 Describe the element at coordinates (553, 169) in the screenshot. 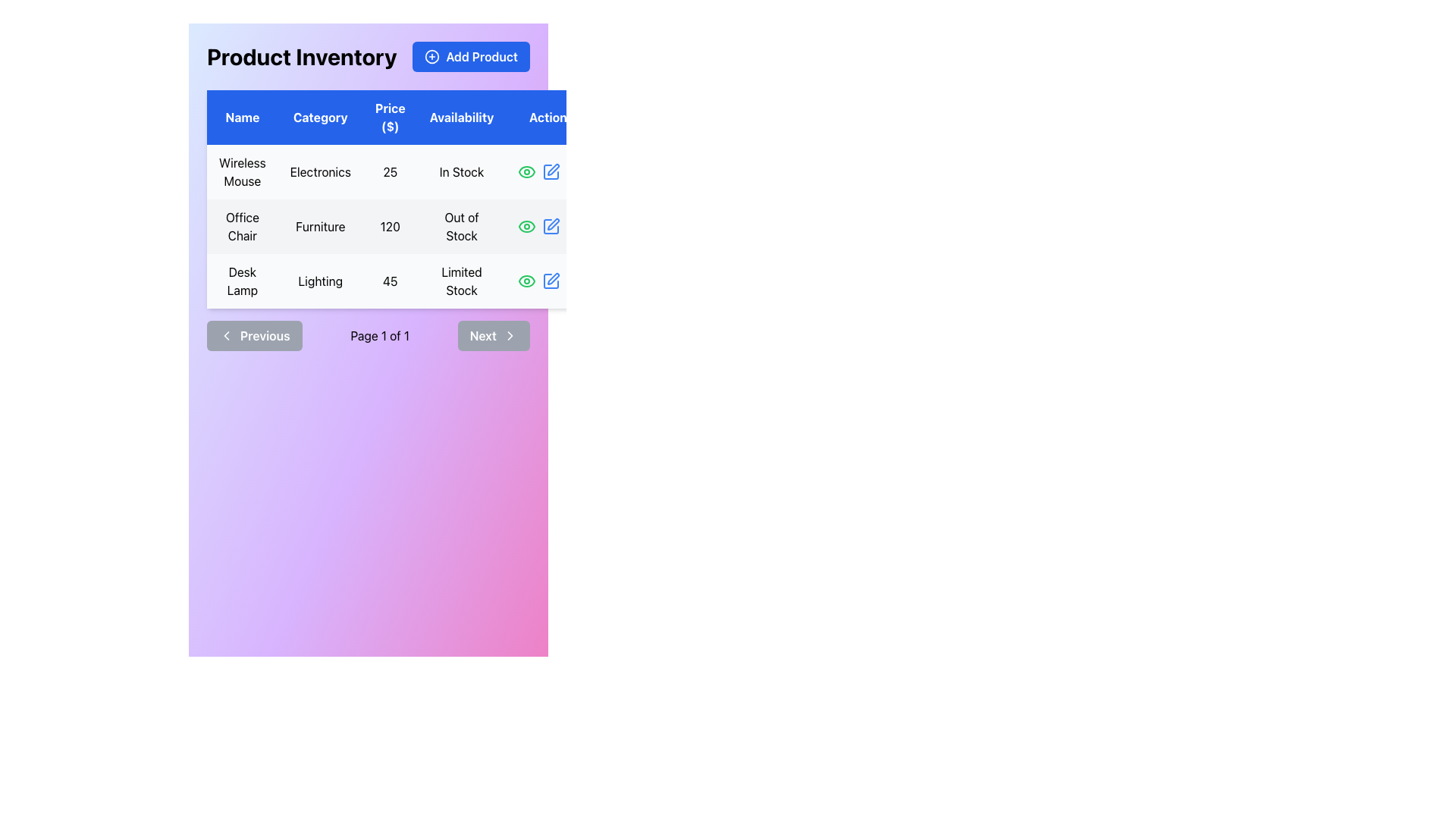

I see `the edit icon of the 'Office Chair' row located in the 'Actions' column` at that location.